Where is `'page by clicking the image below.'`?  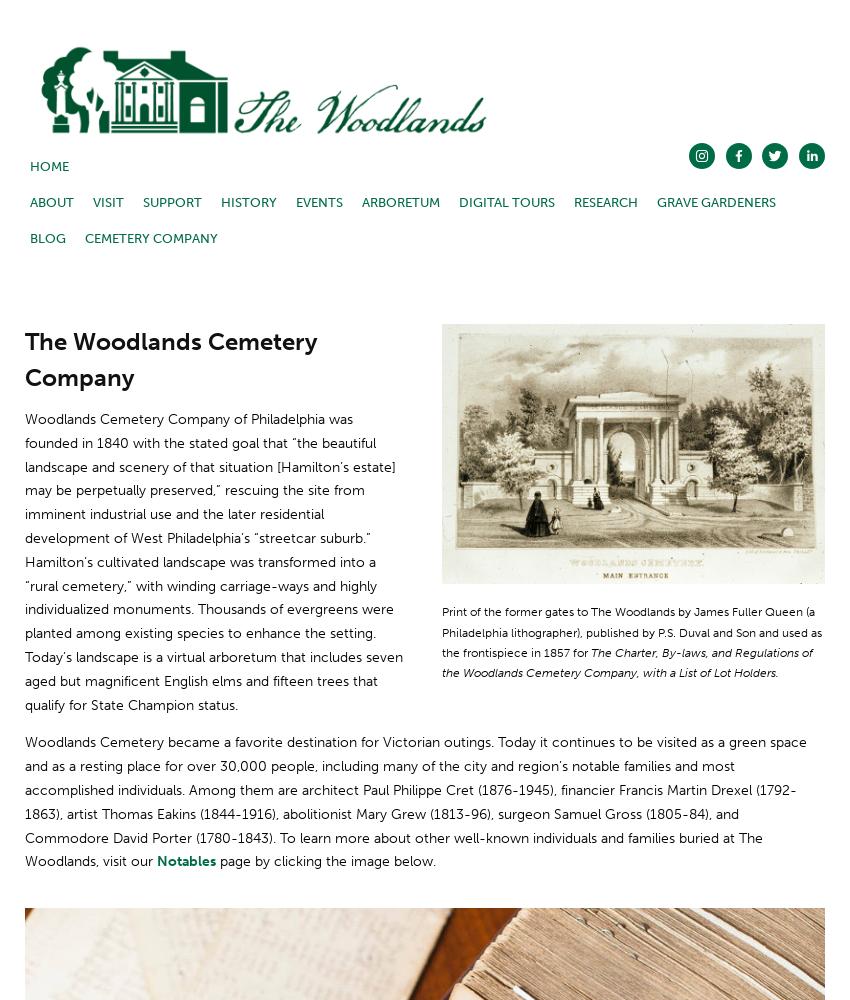
'page by clicking the image below.' is located at coordinates (325, 860).